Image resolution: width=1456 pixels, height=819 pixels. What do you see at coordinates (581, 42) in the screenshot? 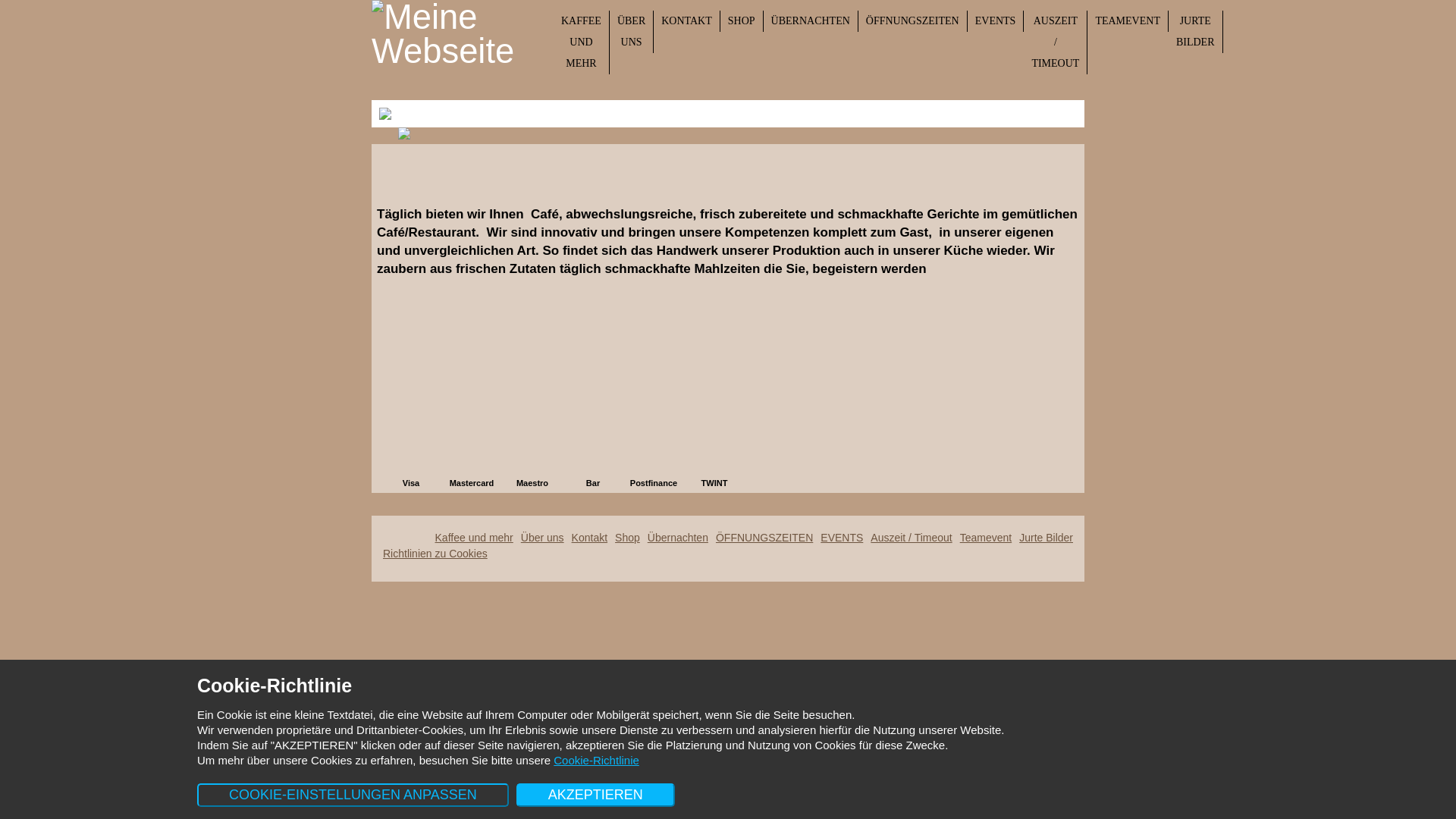
I see `'KAFFEE UND MEHR'` at bounding box center [581, 42].